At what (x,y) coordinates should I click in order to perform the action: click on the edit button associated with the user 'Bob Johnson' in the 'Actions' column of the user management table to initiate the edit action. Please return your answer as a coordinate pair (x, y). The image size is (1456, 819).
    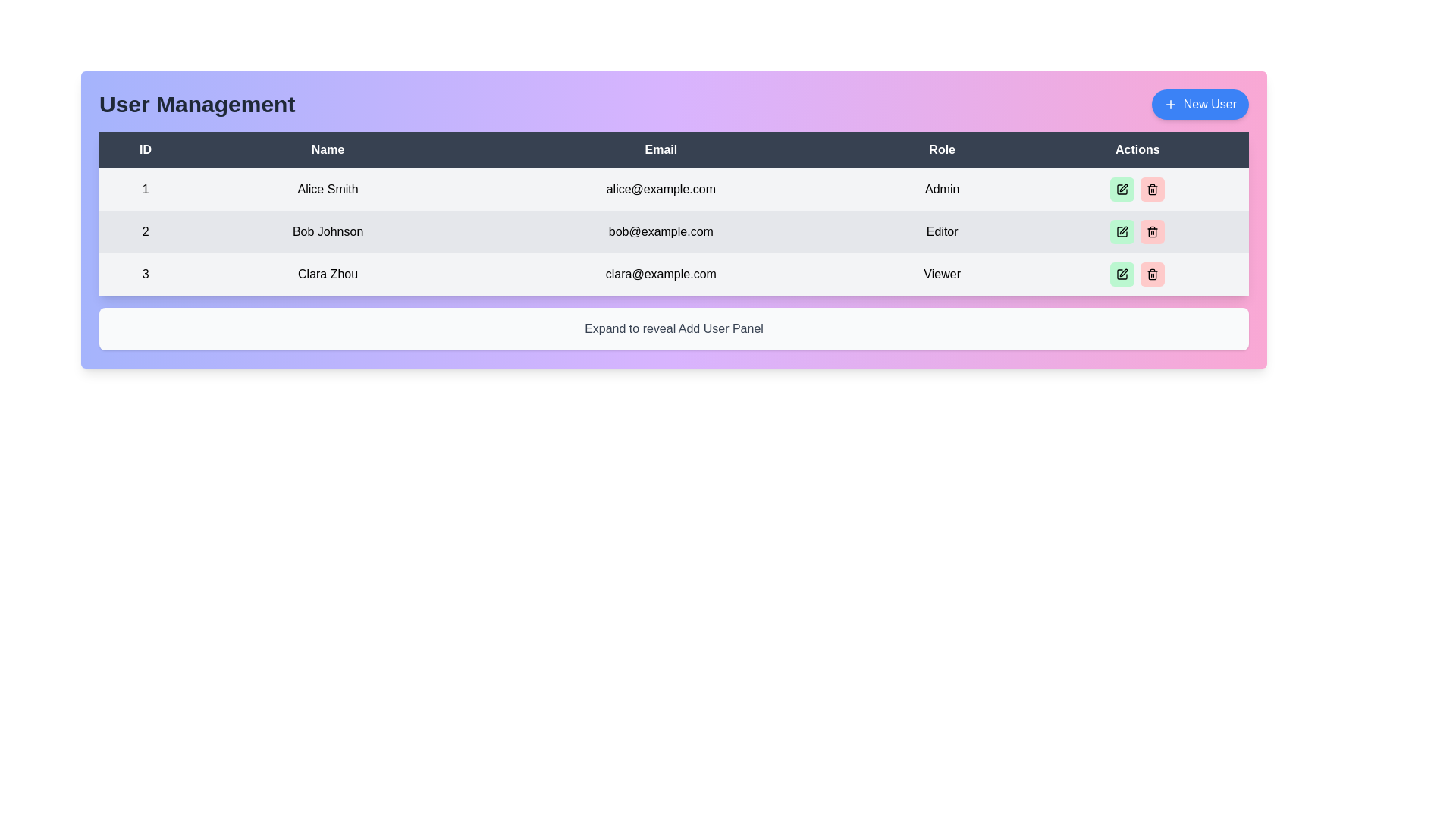
    Looking at the image, I should click on (1122, 231).